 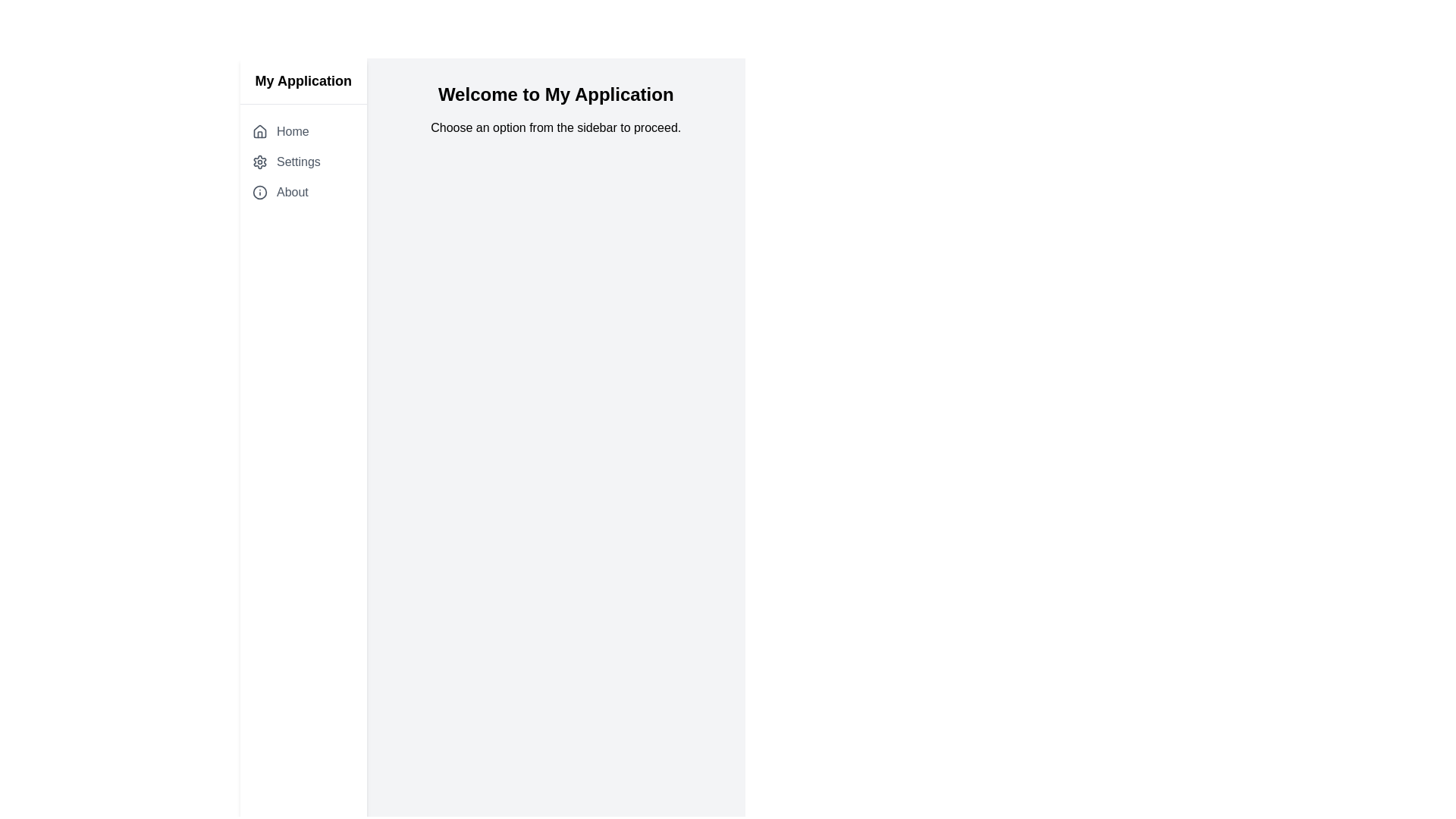 What do you see at coordinates (259, 130) in the screenshot?
I see `the house icon located in the sidebar menu next` at bounding box center [259, 130].